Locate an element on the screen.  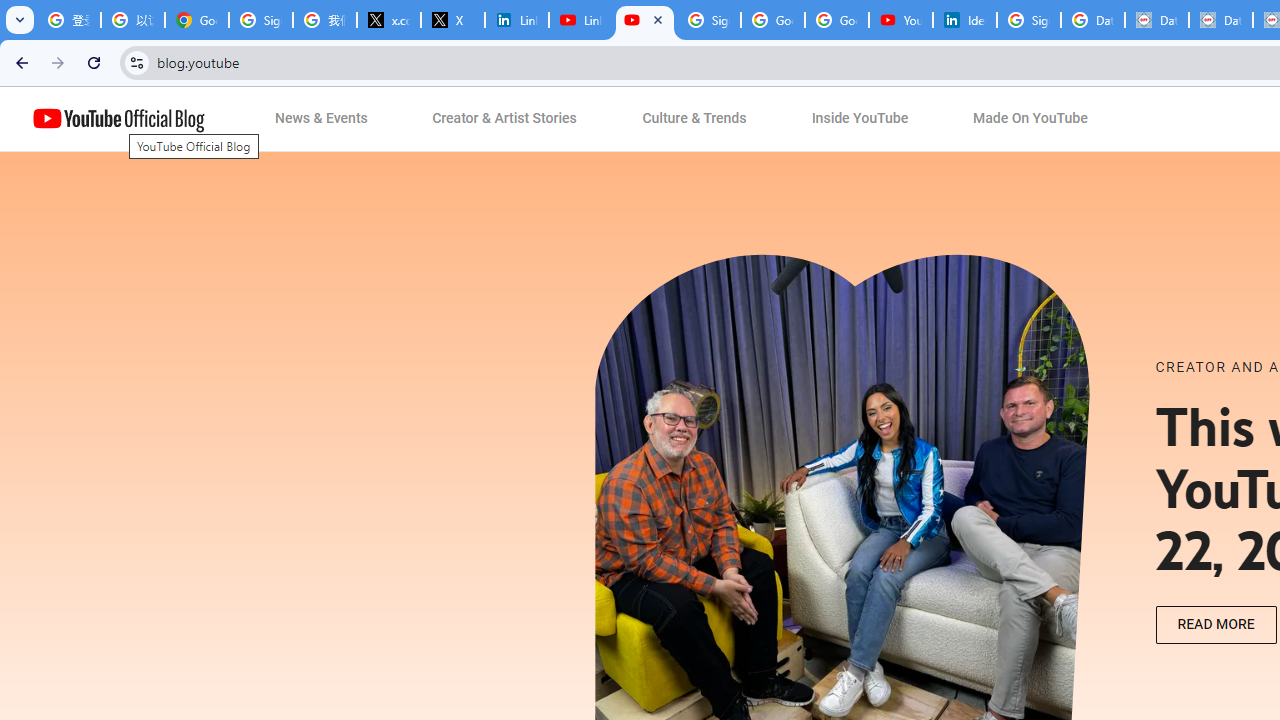
'YouTube Official Blog logo' is located at coordinates (118, 119).